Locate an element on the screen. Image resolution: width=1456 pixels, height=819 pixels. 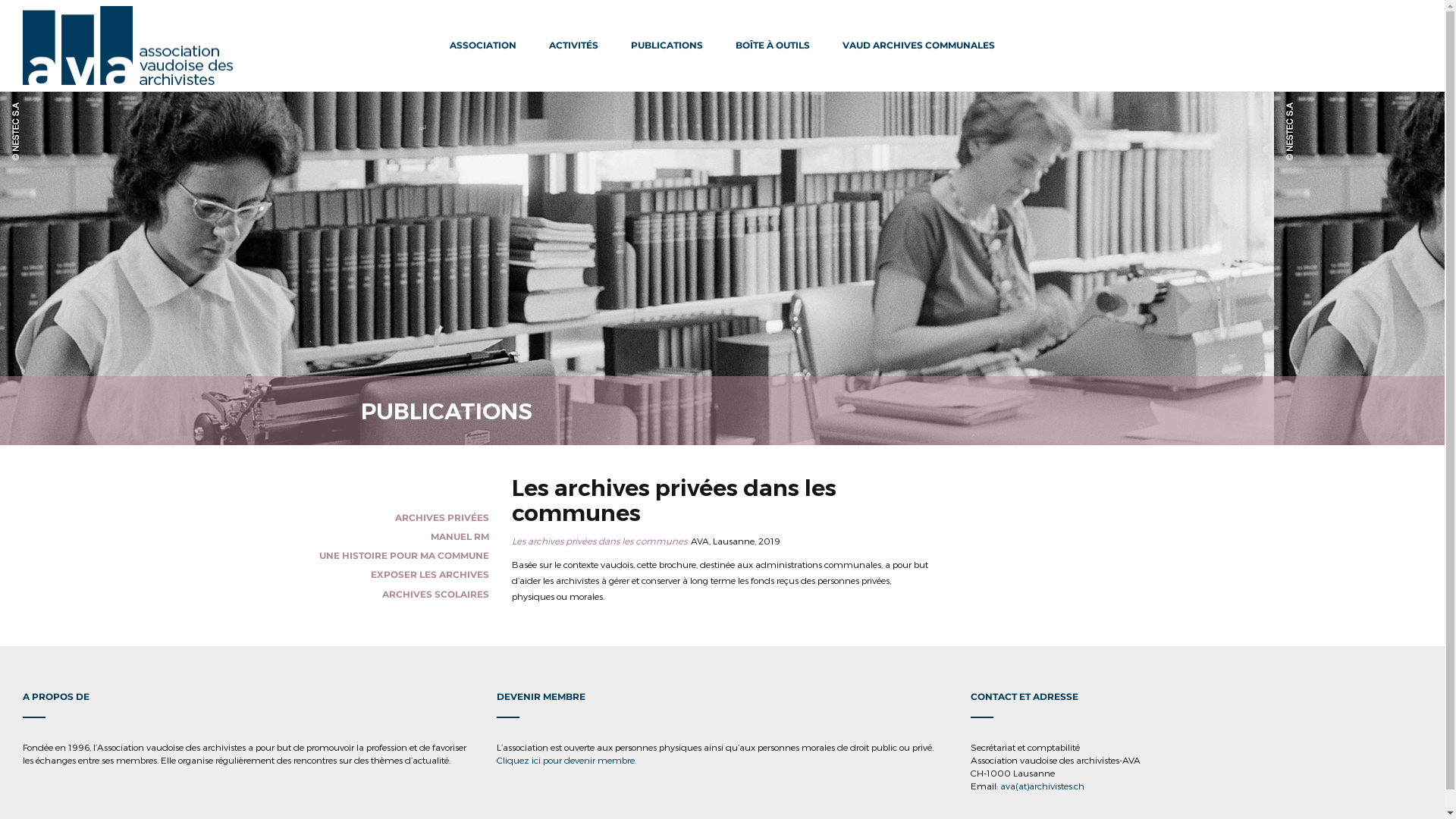
'UNE HISTOIRE POUR MA COMMUNE' is located at coordinates (403, 555).